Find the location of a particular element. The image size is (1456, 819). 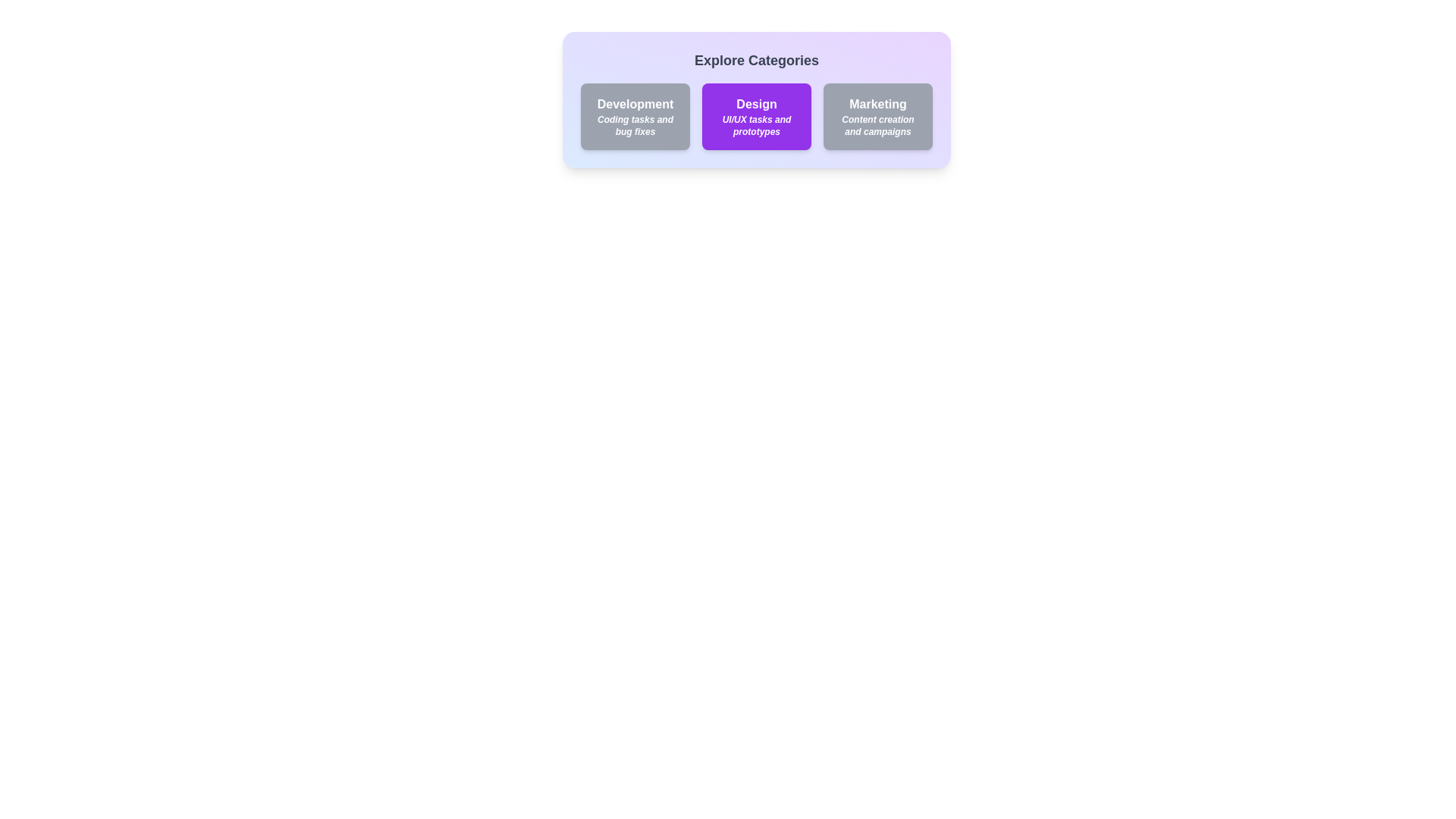

the chip labeled Development is located at coordinates (635, 116).